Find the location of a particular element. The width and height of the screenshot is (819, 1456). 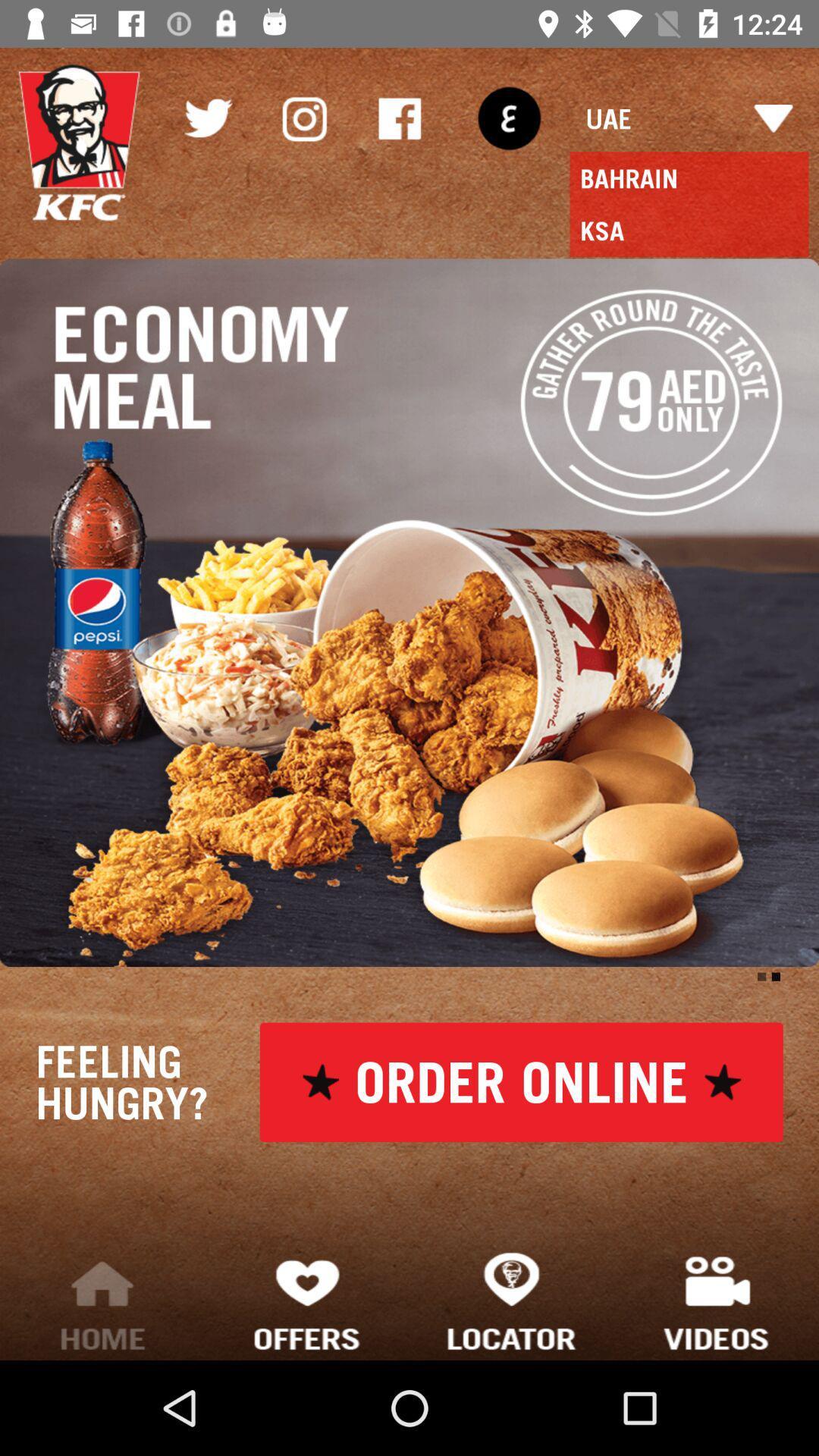

the ksa icon is located at coordinates (689, 230).